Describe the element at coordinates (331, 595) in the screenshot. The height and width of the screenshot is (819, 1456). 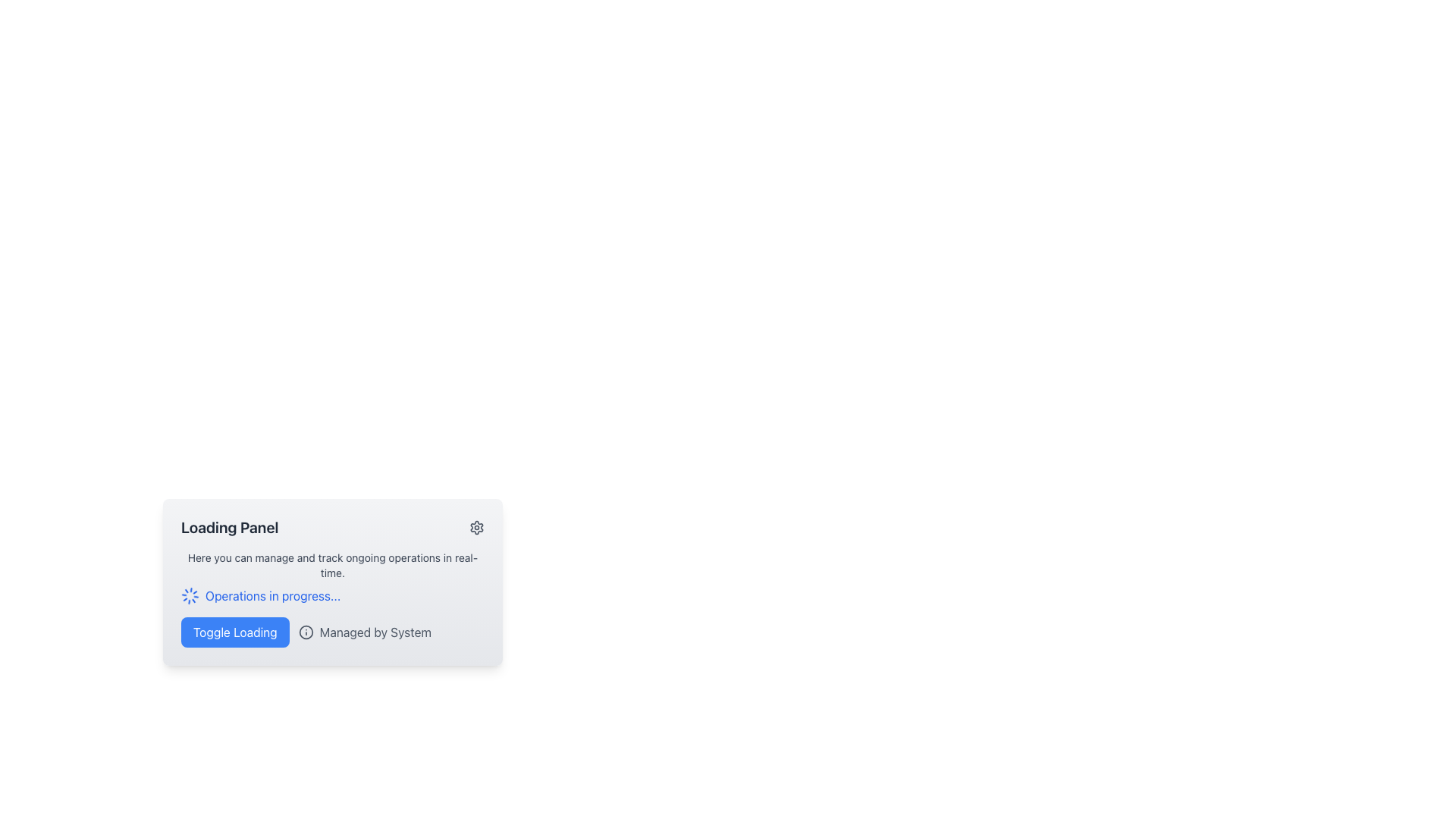
I see `the loader graphic next to the informational text 'Operations in progress...' to observe its animations` at that location.